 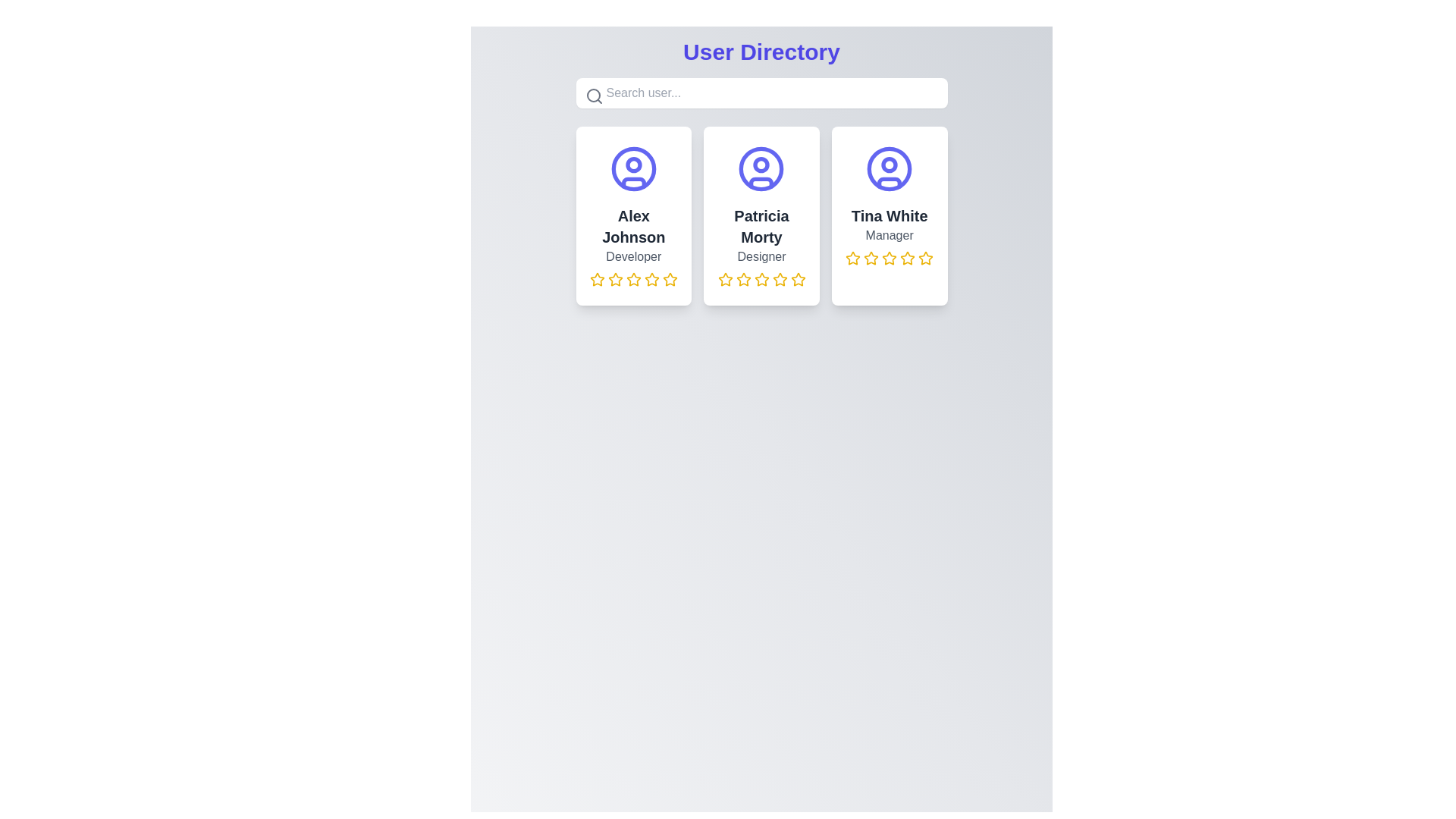 What do you see at coordinates (890, 257) in the screenshot?
I see `the highlighted yellow star icon, which is the third star in the five-star rating system for 'Tina White, Manager' located beneath the user's name` at bounding box center [890, 257].